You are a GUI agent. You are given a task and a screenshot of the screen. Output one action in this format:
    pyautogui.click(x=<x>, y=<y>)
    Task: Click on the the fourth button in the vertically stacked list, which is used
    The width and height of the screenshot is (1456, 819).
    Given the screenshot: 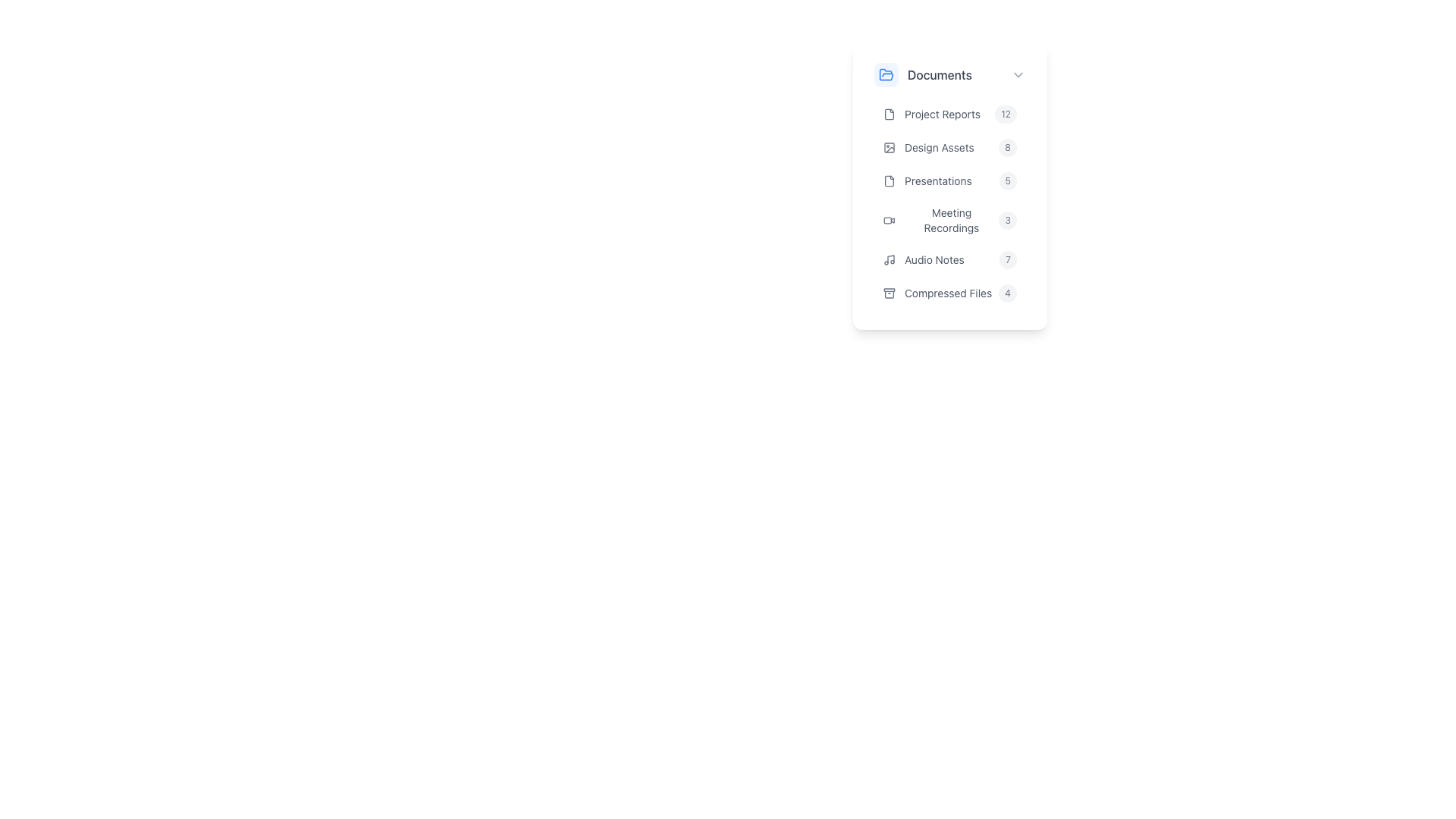 What is the action you would take?
    pyautogui.click(x=949, y=220)
    